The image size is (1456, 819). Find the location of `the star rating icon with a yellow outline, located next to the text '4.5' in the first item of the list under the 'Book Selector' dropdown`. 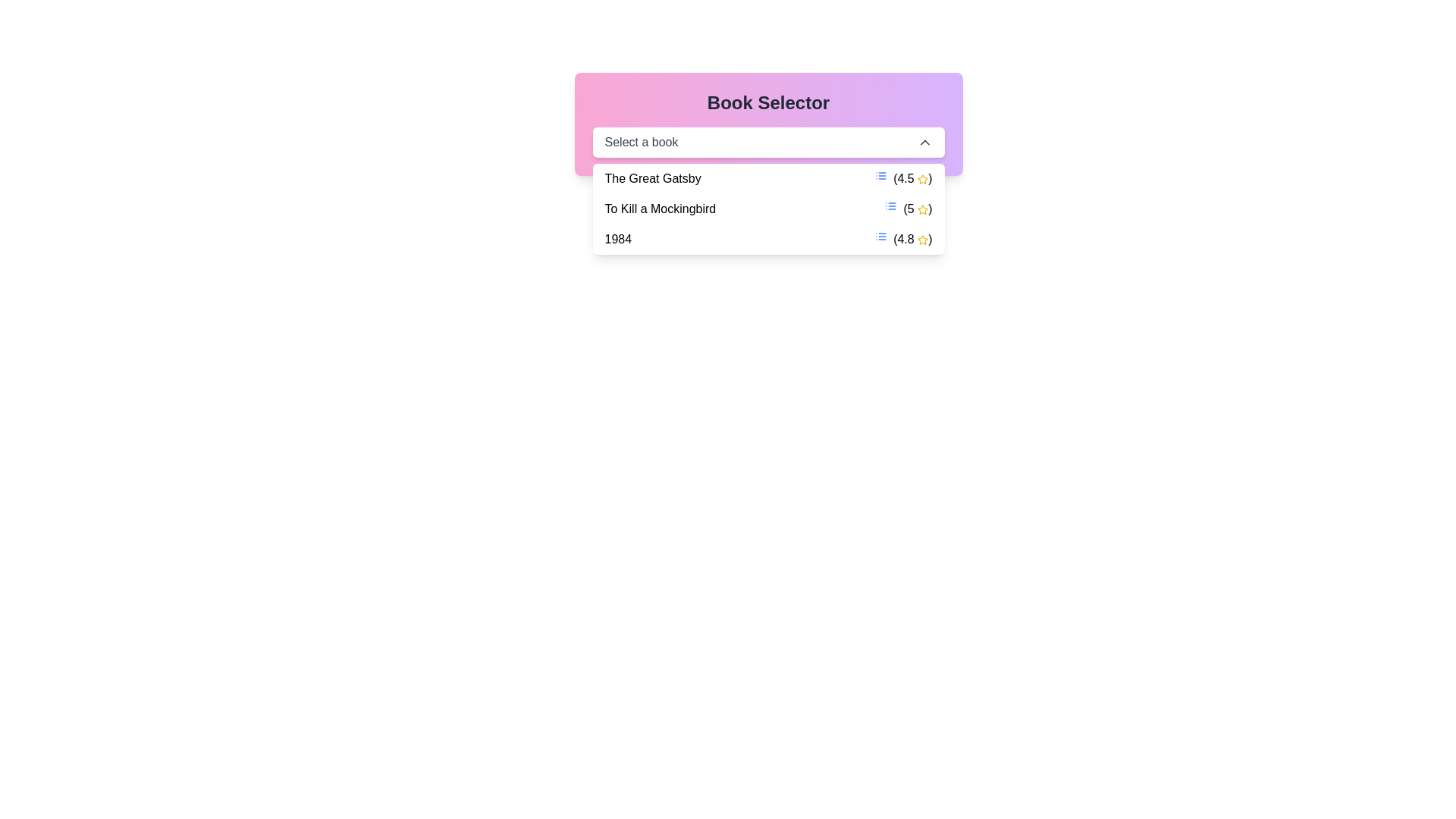

the star rating icon with a yellow outline, located next to the text '4.5' in the first item of the list under the 'Book Selector' dropdown is located at coordinates (922, 239).